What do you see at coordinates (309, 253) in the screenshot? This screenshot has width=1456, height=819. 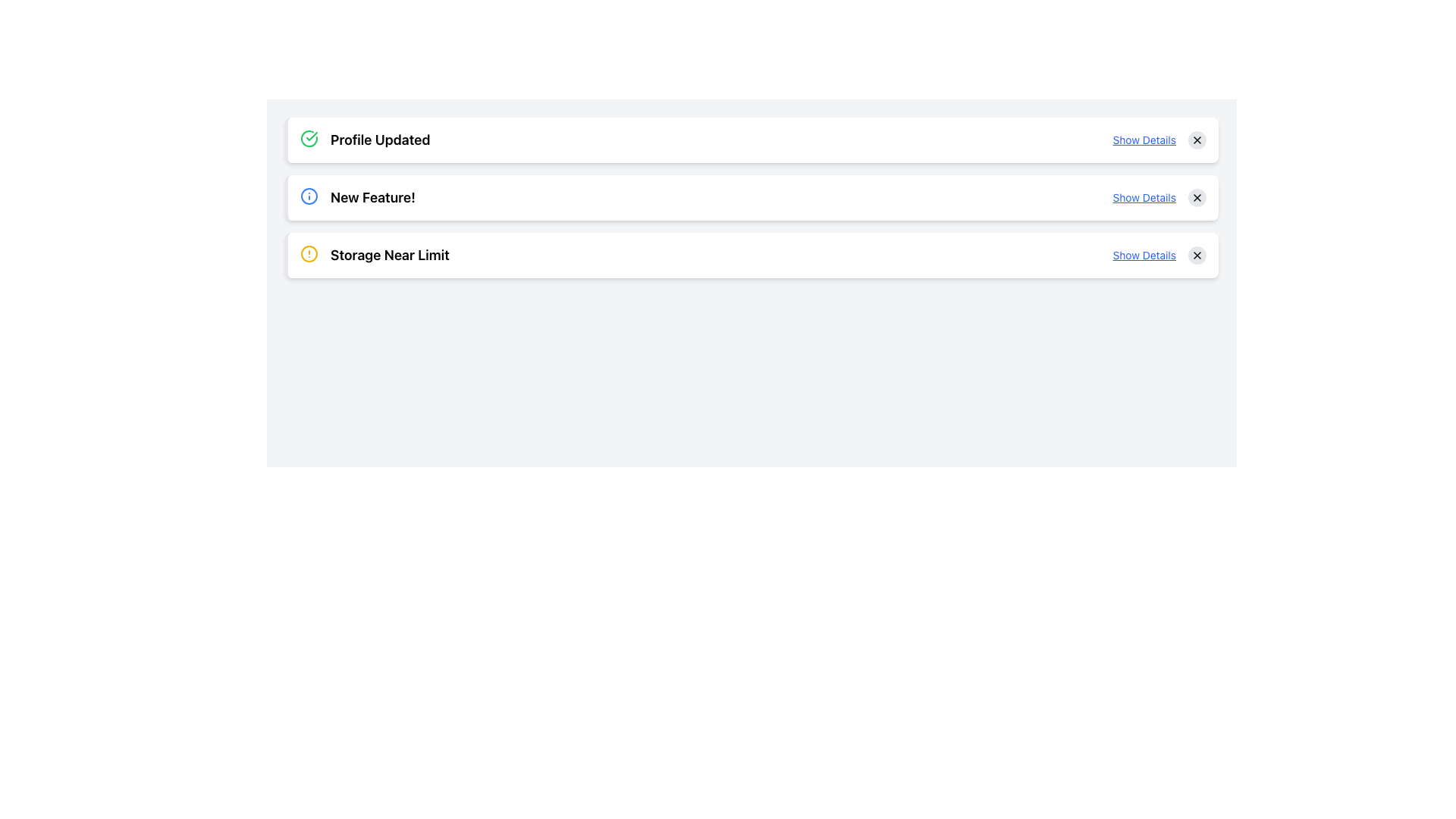 I see `the warning icon indicating 'Storage Near Limit' located in the third notification section from the top, positioned to the left of the text content` at bounding box center [309, 253].